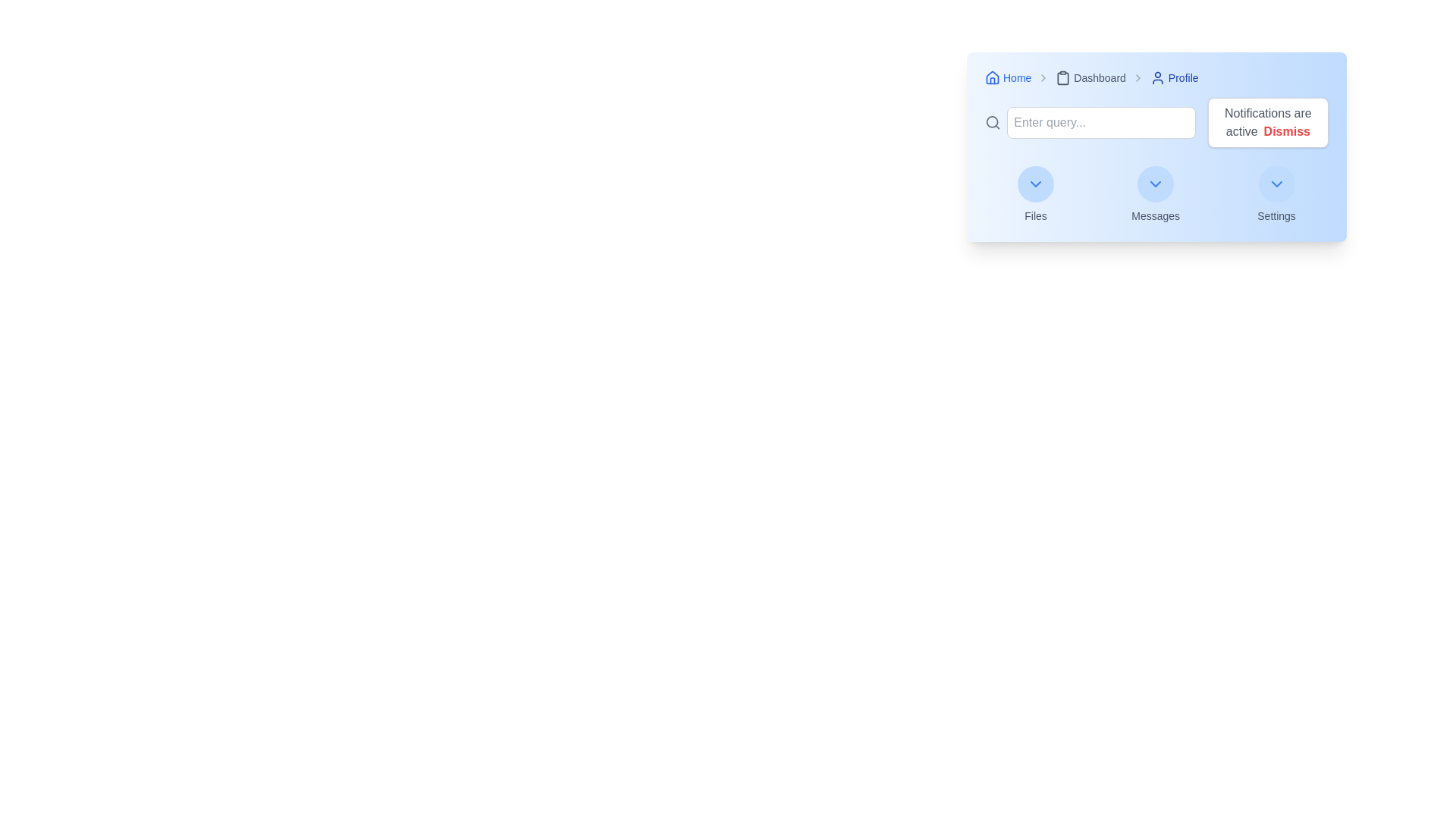  Describe the element at coordinates (1155, 184) in the screenshot. I see `the dropdown trigger icon located at the center of the circular button labeled 'Messages' in the bottom middle section of the UI` at that location.